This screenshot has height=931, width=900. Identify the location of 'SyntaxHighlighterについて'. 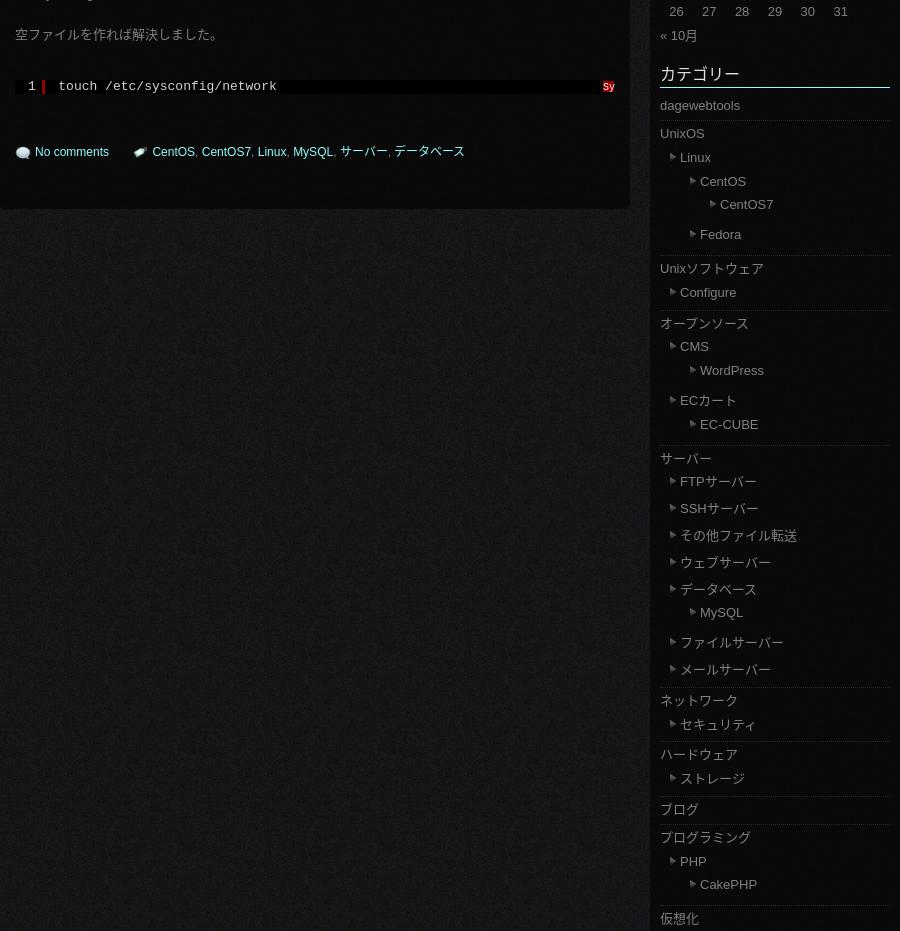
(674, 86).